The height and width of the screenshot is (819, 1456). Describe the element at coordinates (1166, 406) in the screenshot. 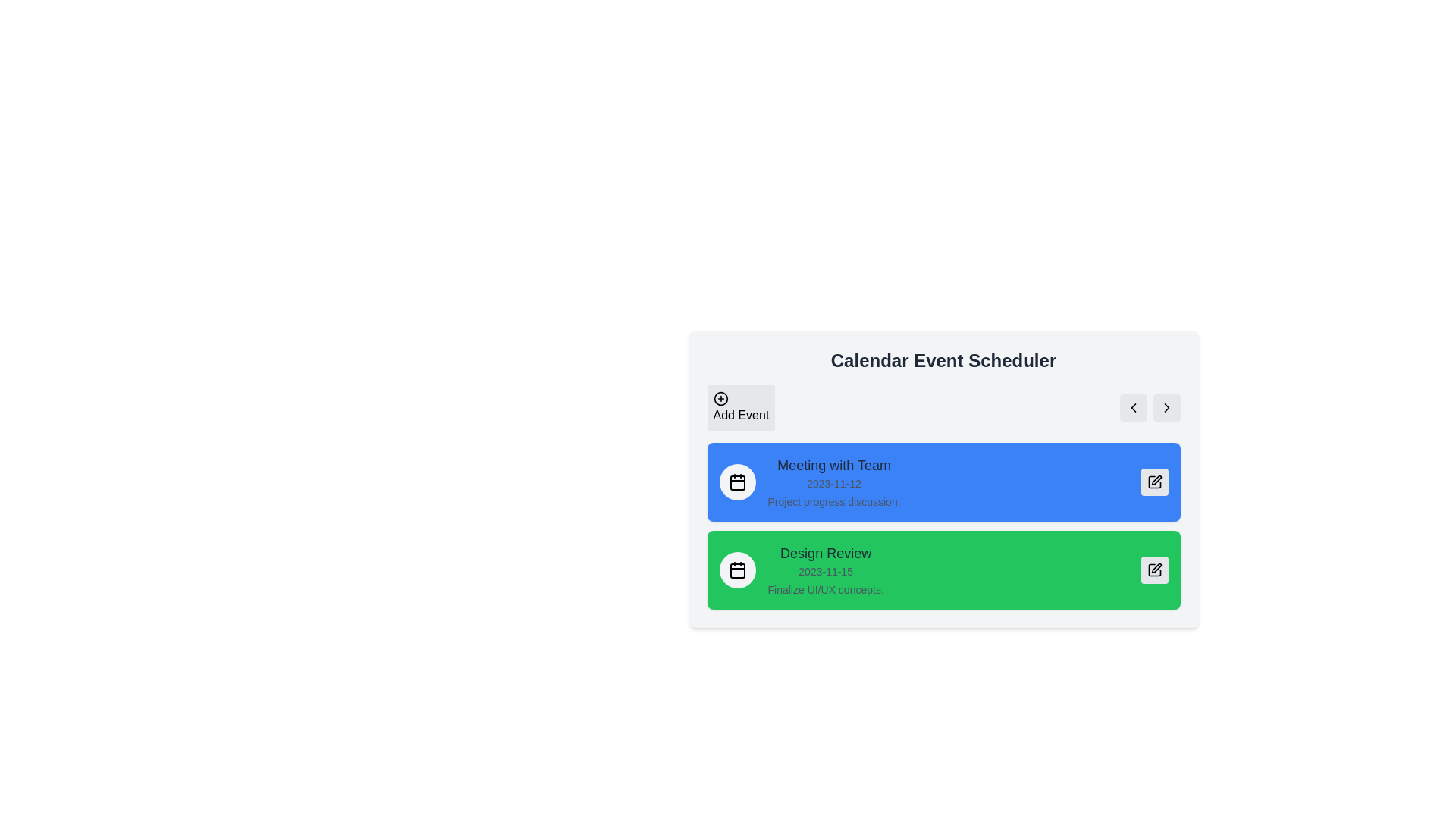

I see `the rightmost button in the horizontal layout at the top-right corner of the 'Calendar Event Scheduler'` at that location.